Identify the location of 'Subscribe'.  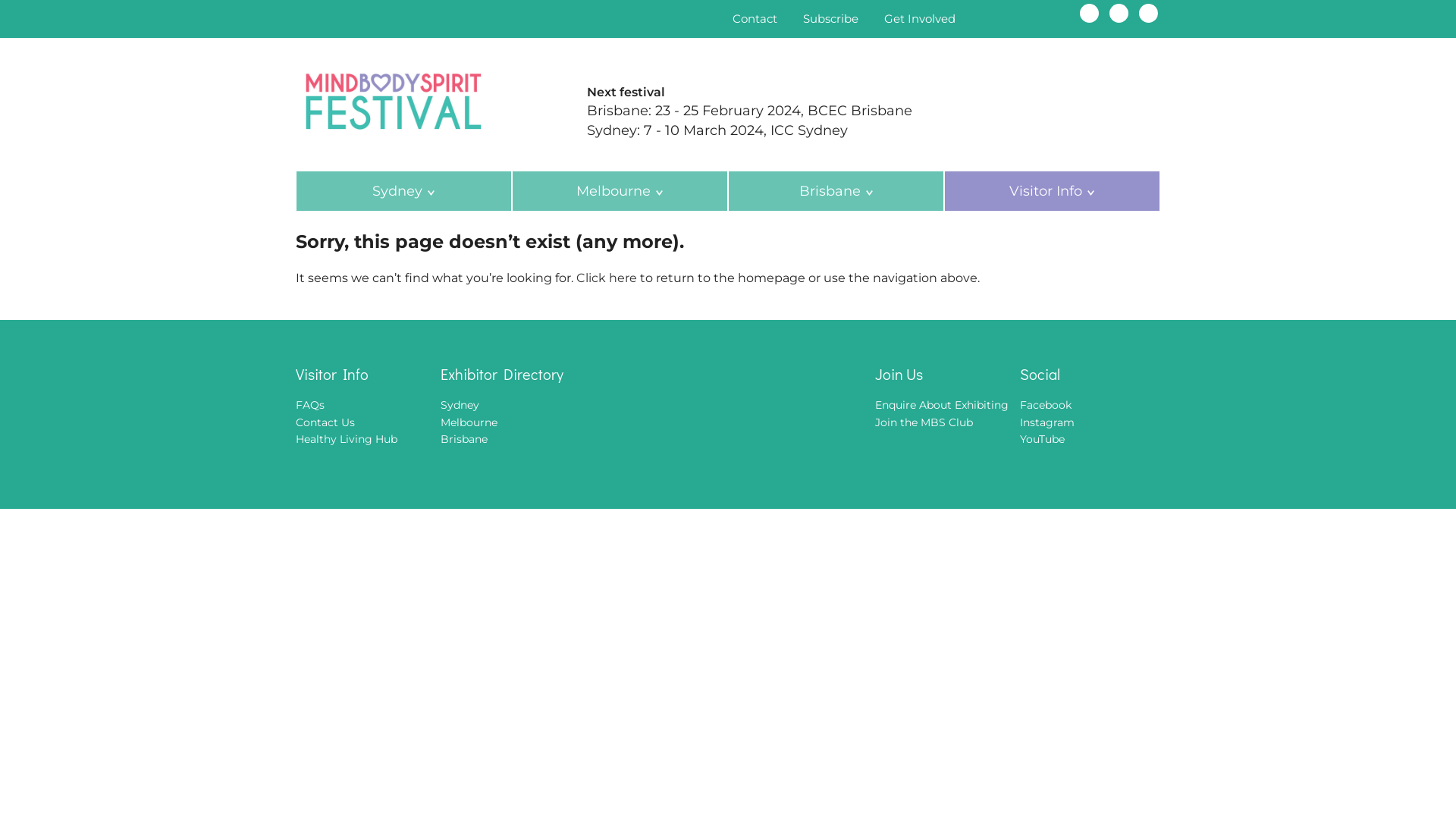
(830, 18).